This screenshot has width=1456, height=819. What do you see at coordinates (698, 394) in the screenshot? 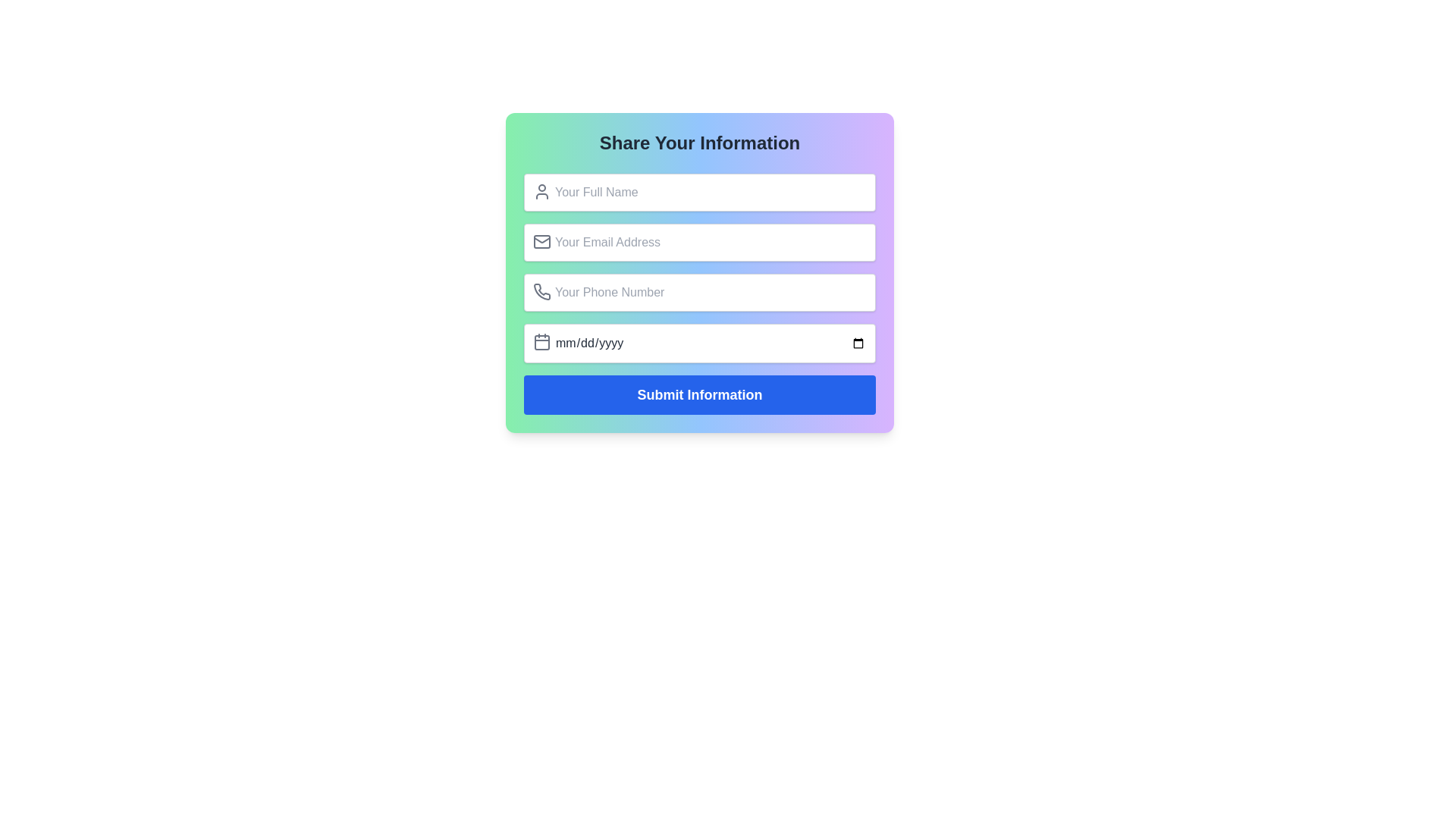
I see `the submission button located at the bottom of the form` at bounding box center [698, 394].